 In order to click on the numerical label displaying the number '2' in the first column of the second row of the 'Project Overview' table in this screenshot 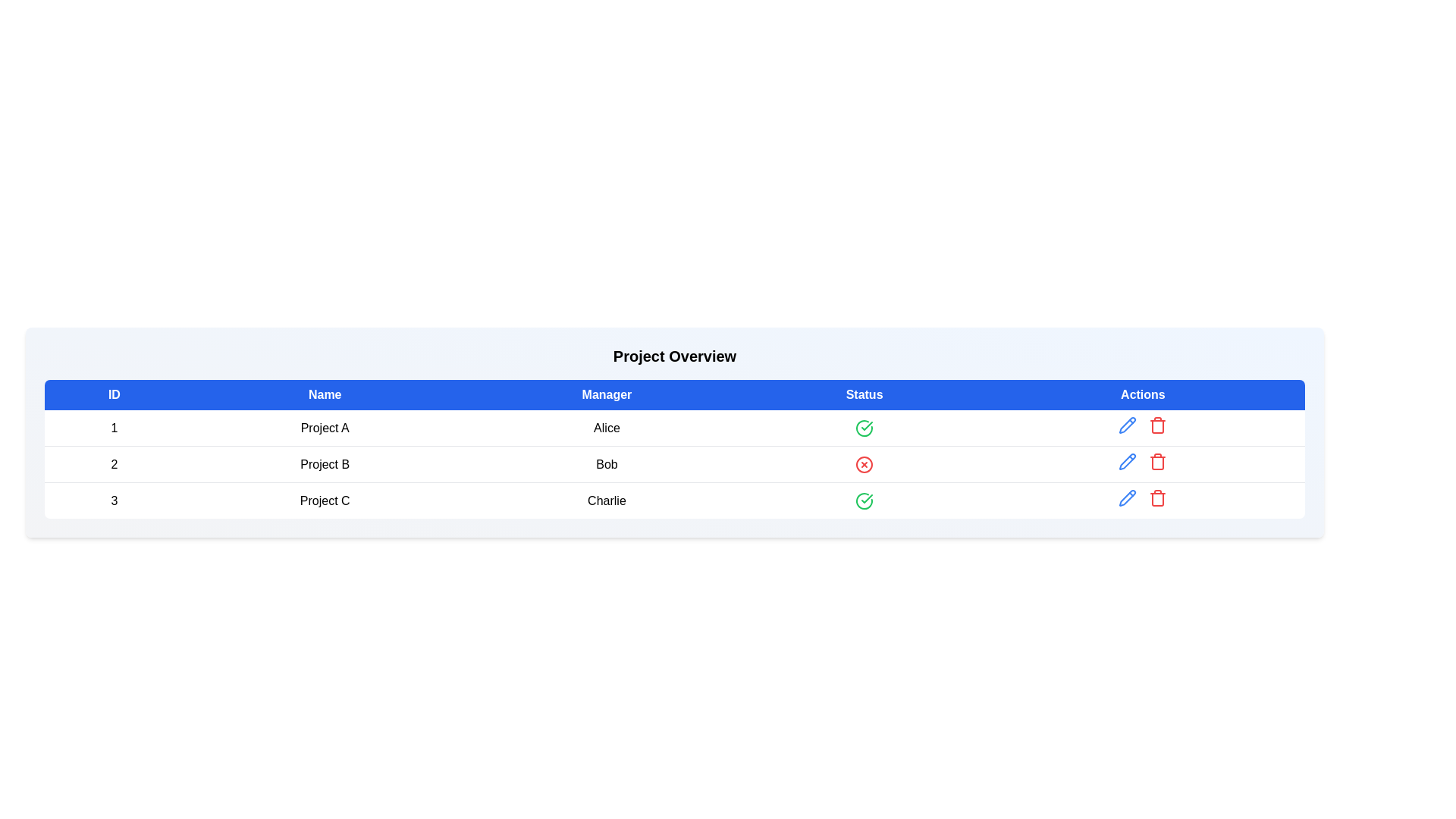, I will do `click(113, 463)`.